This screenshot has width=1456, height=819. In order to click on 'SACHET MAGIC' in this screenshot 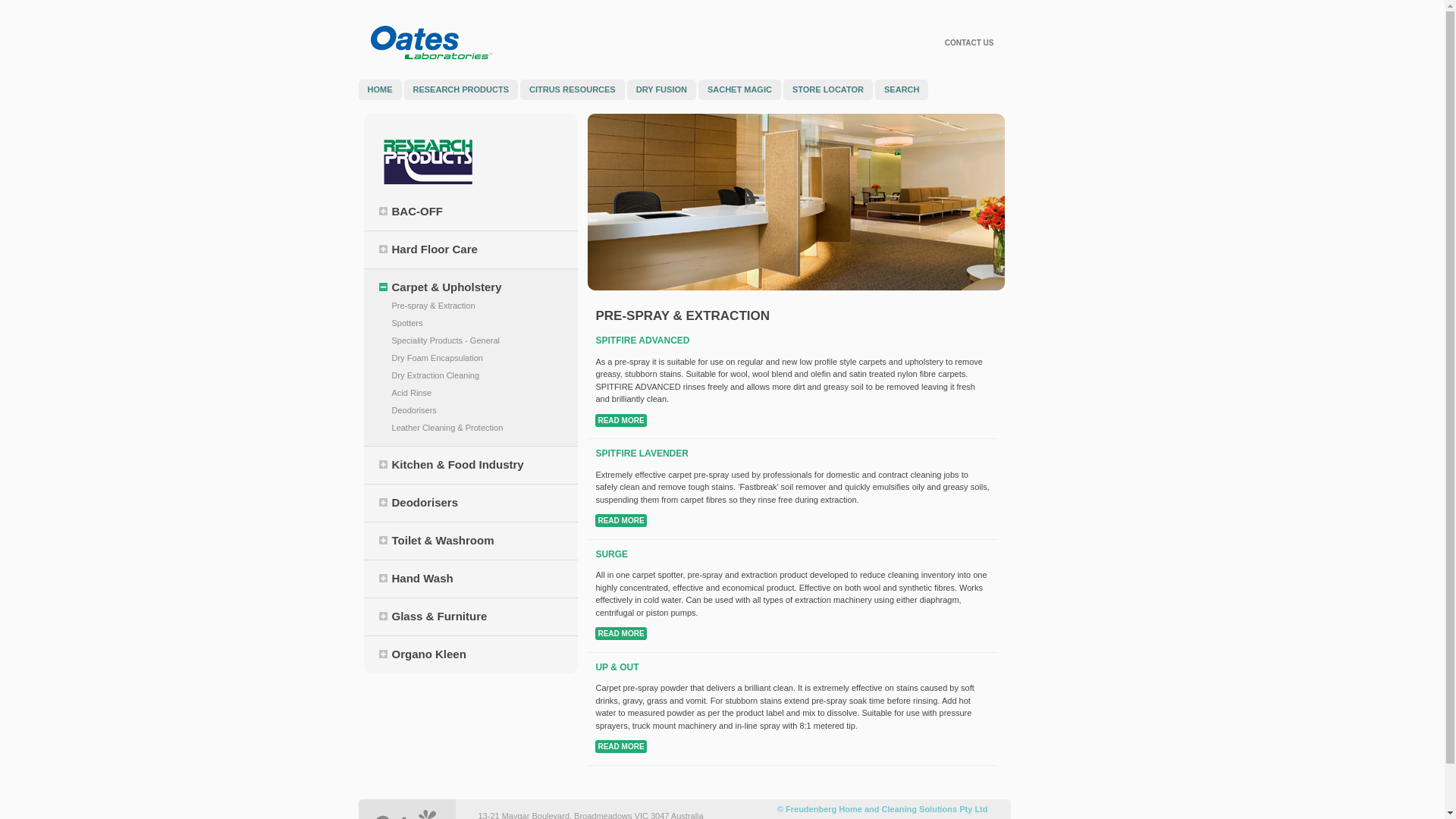, I will do `click(739, 89)`.